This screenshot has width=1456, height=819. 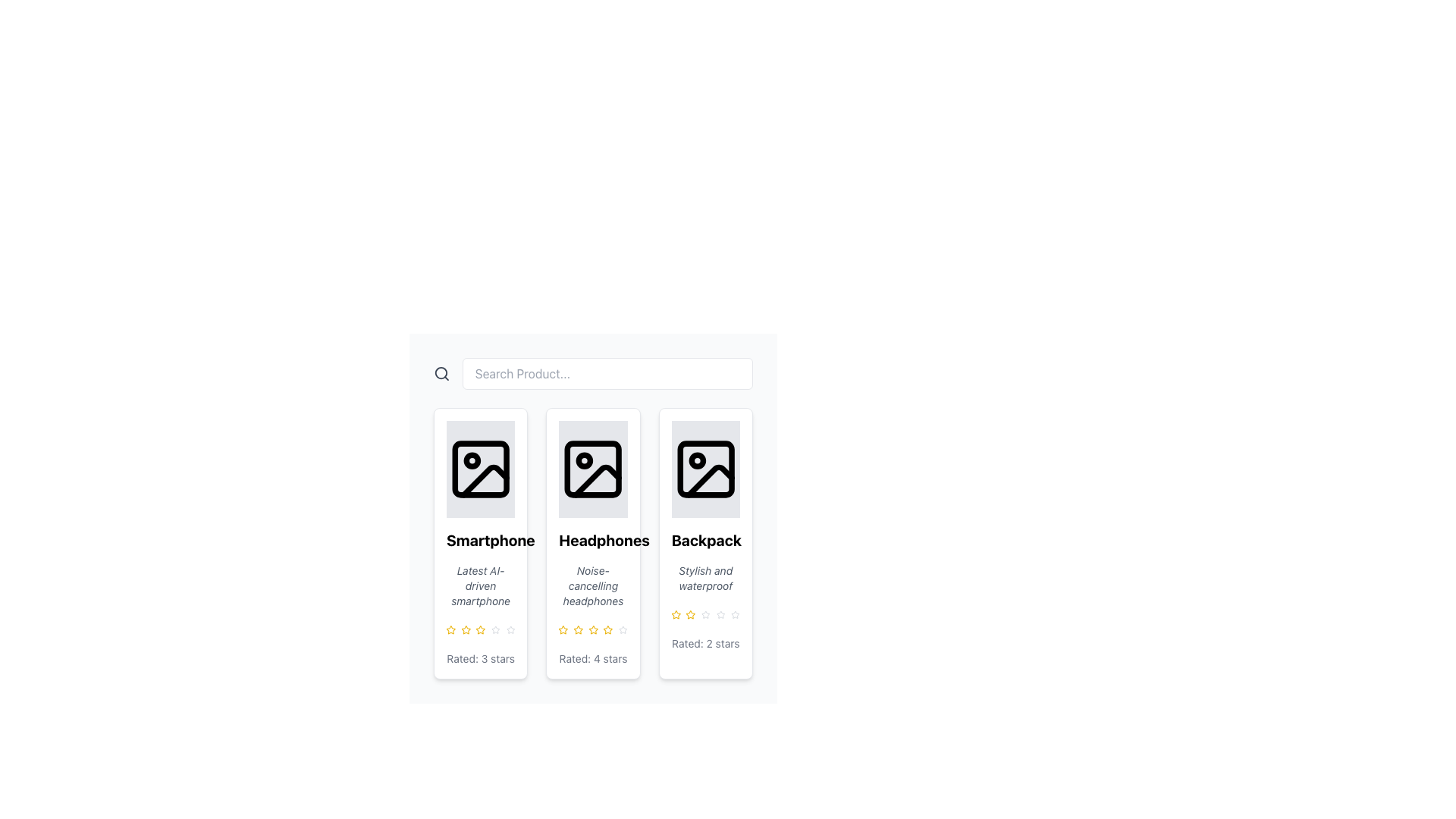 What do you see at coordinates (563, 629) in the screenshot?
I see `the second star icon representing a rating of four stars for the 'Headphones' product` at bounding box center [563, 629].